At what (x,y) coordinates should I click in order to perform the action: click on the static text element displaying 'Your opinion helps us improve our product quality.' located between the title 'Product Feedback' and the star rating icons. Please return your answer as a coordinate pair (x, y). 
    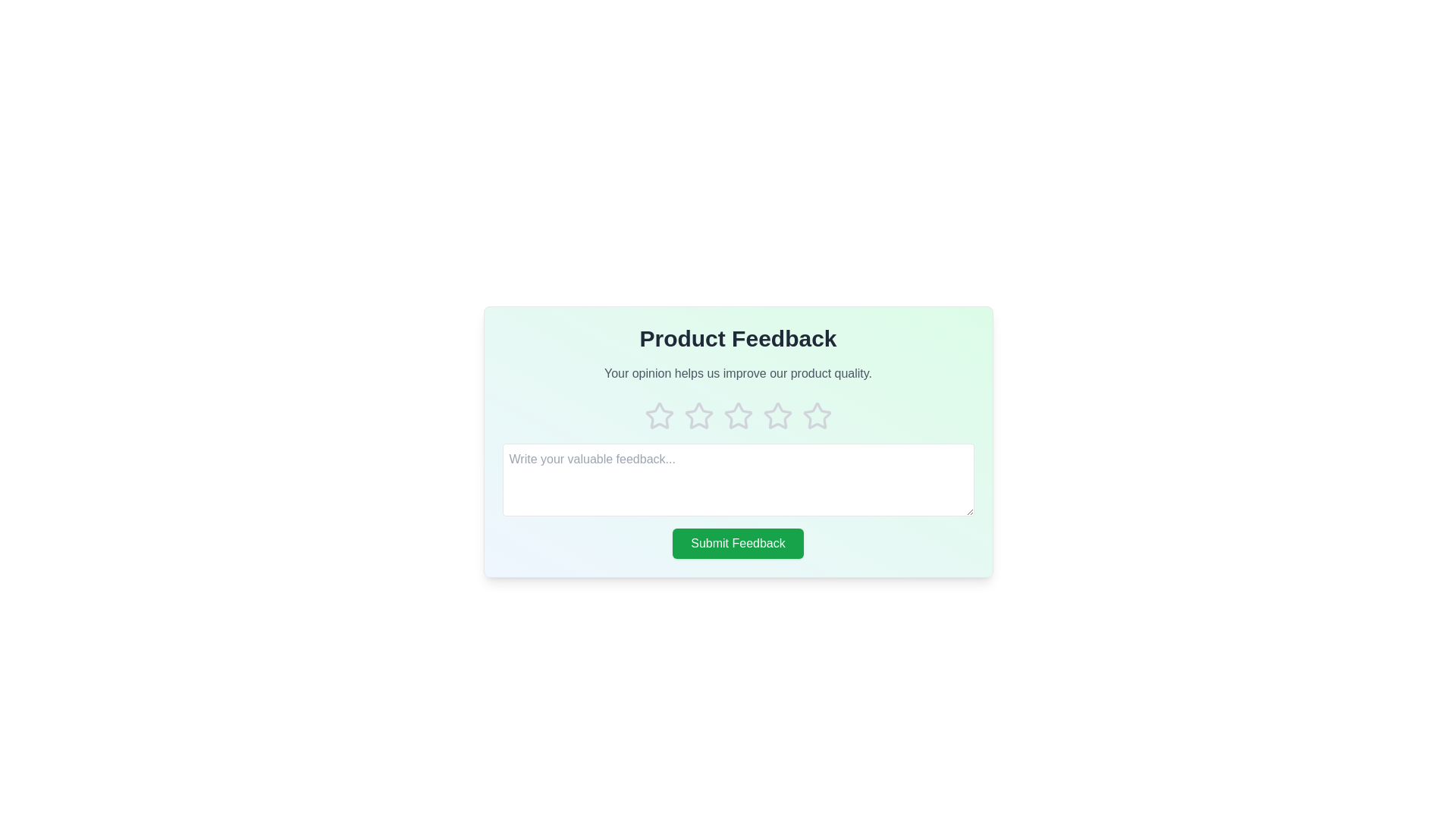
    Looking at the image, I should click on (738, 374).